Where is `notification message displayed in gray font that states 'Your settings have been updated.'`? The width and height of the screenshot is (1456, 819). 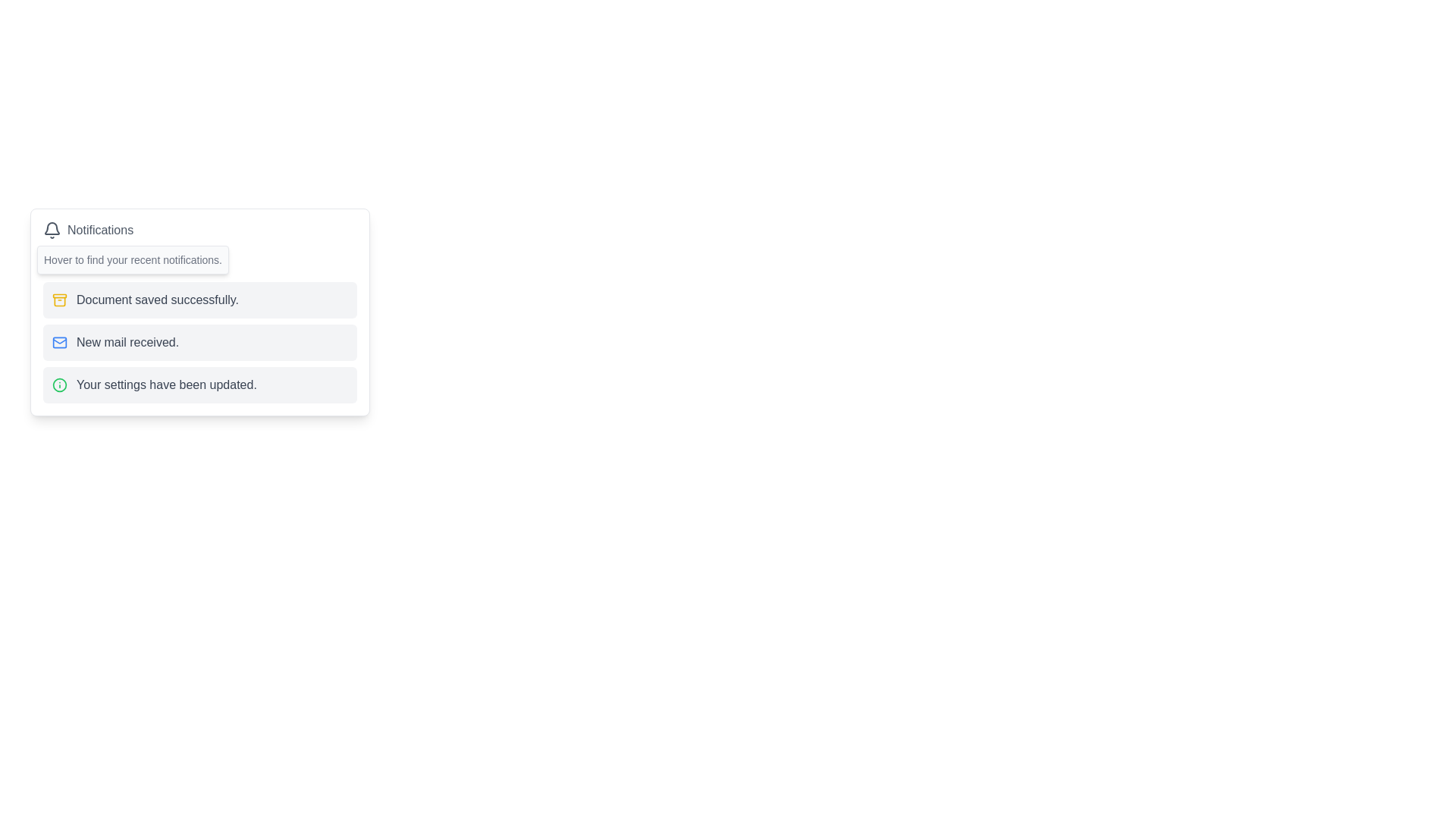
notification message displayed in gray font that states 'Your settings have been updated.' is located at coordinates (166, 384).